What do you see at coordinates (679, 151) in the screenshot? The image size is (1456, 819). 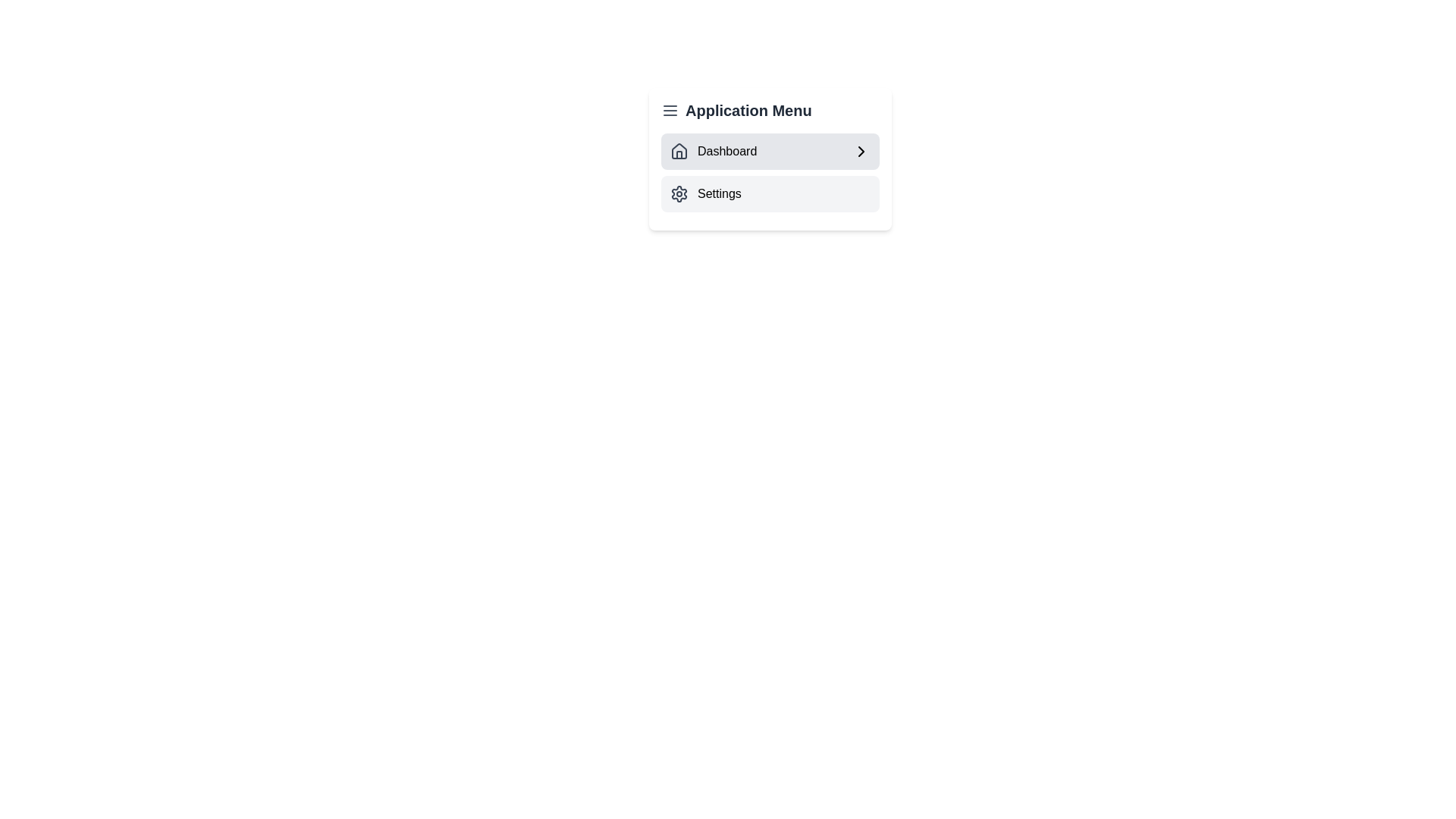 I see `the gray house-shaped icon located in the Application Menu, which is part of the Dashboard entry` at bounding box center [679, 151].